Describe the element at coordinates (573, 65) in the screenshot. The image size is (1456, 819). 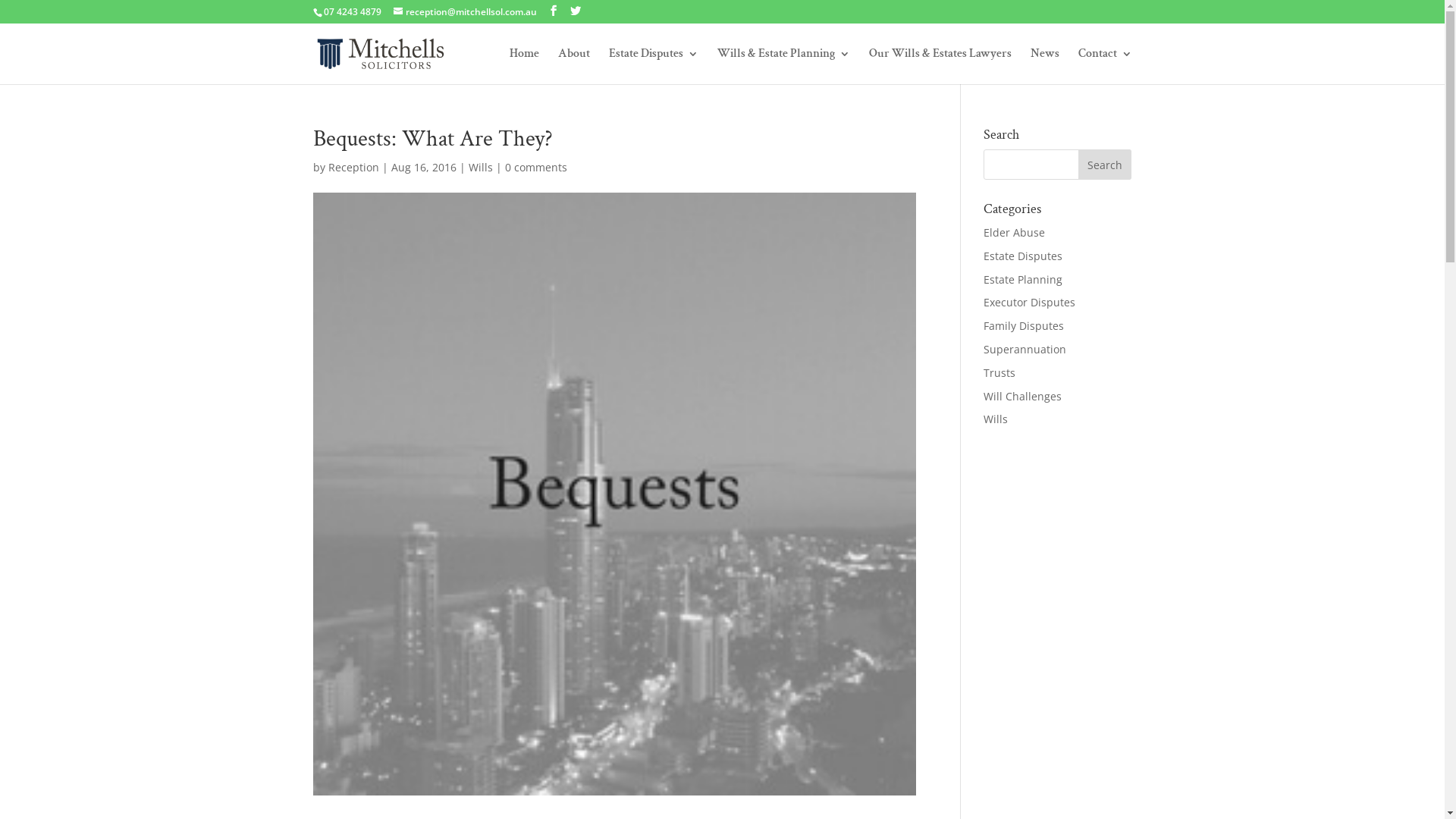
I see `'About'` at that location.